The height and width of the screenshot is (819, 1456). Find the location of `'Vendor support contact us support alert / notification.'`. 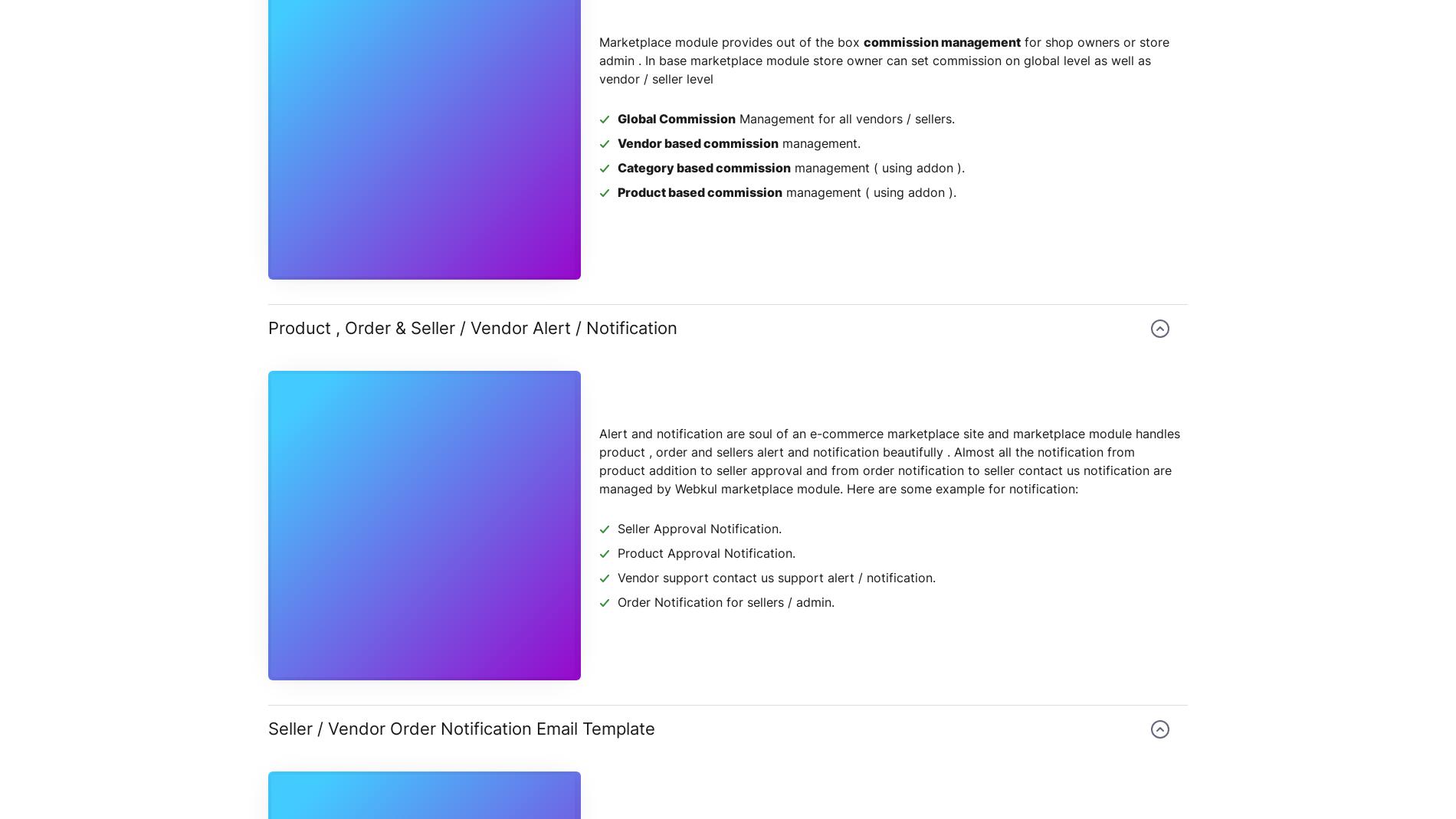

'Vendor support contact us support alert / notification.' is located at coordinates (616, 577).